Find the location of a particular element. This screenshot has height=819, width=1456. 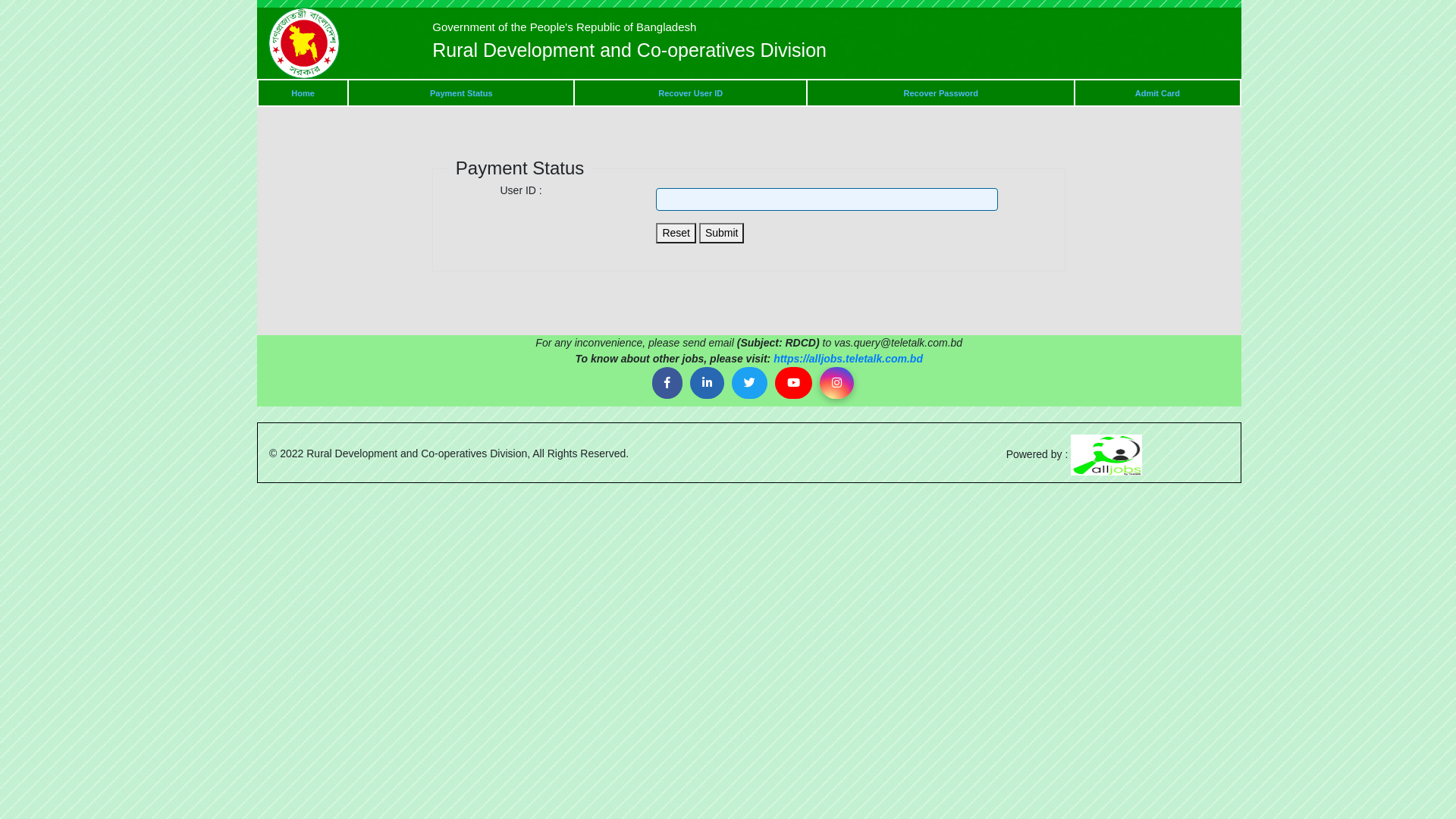

'Linkedin' is located at coordinates (706, 382).